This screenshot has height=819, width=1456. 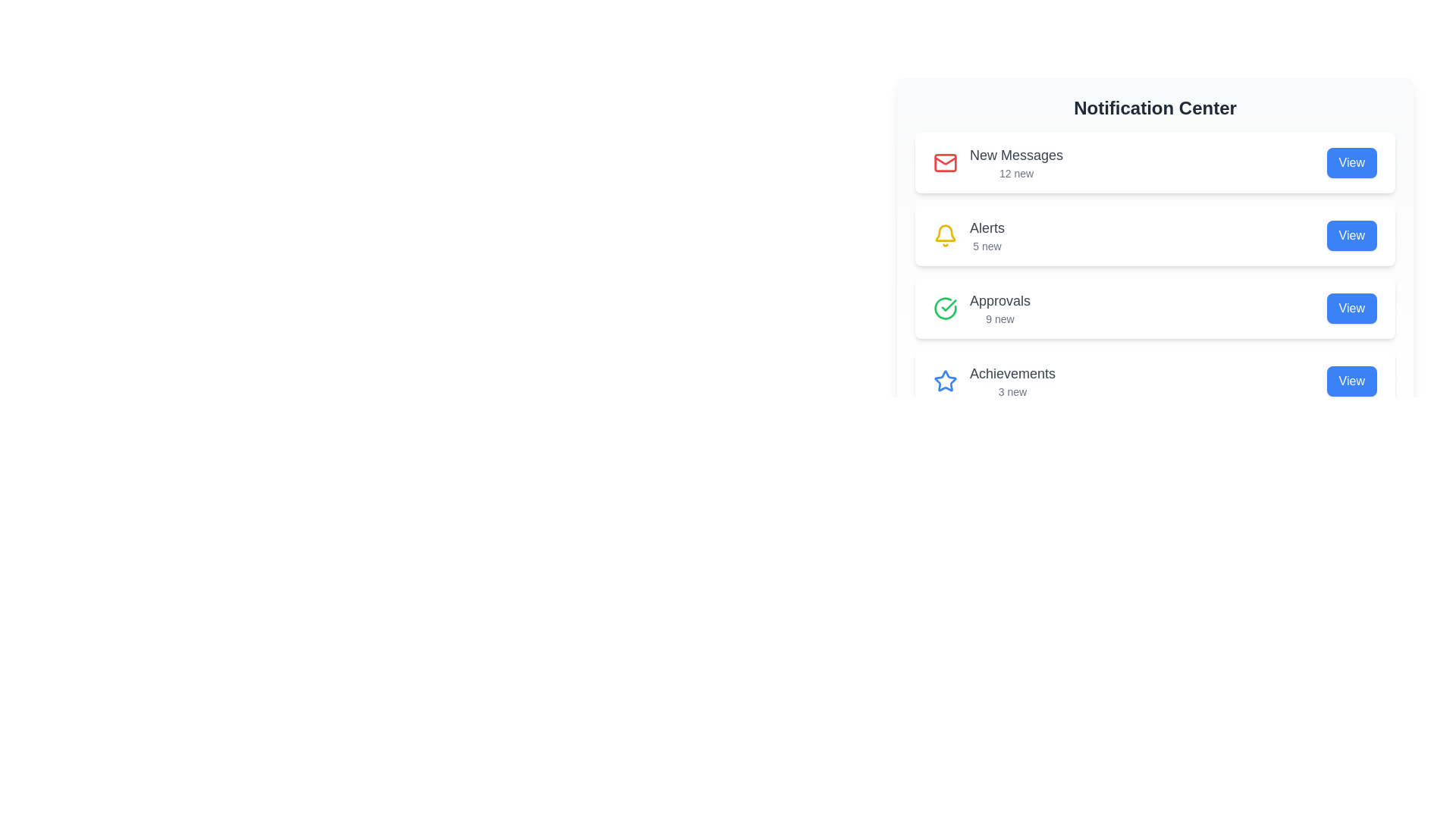 What do you see at coordinates (948, 305) in the screenshot?
I see `the SVG graphic element representing an approval state in the 'Approvals' notification item, located to the left of the text '9 new'` at bounding box center [948, 305].